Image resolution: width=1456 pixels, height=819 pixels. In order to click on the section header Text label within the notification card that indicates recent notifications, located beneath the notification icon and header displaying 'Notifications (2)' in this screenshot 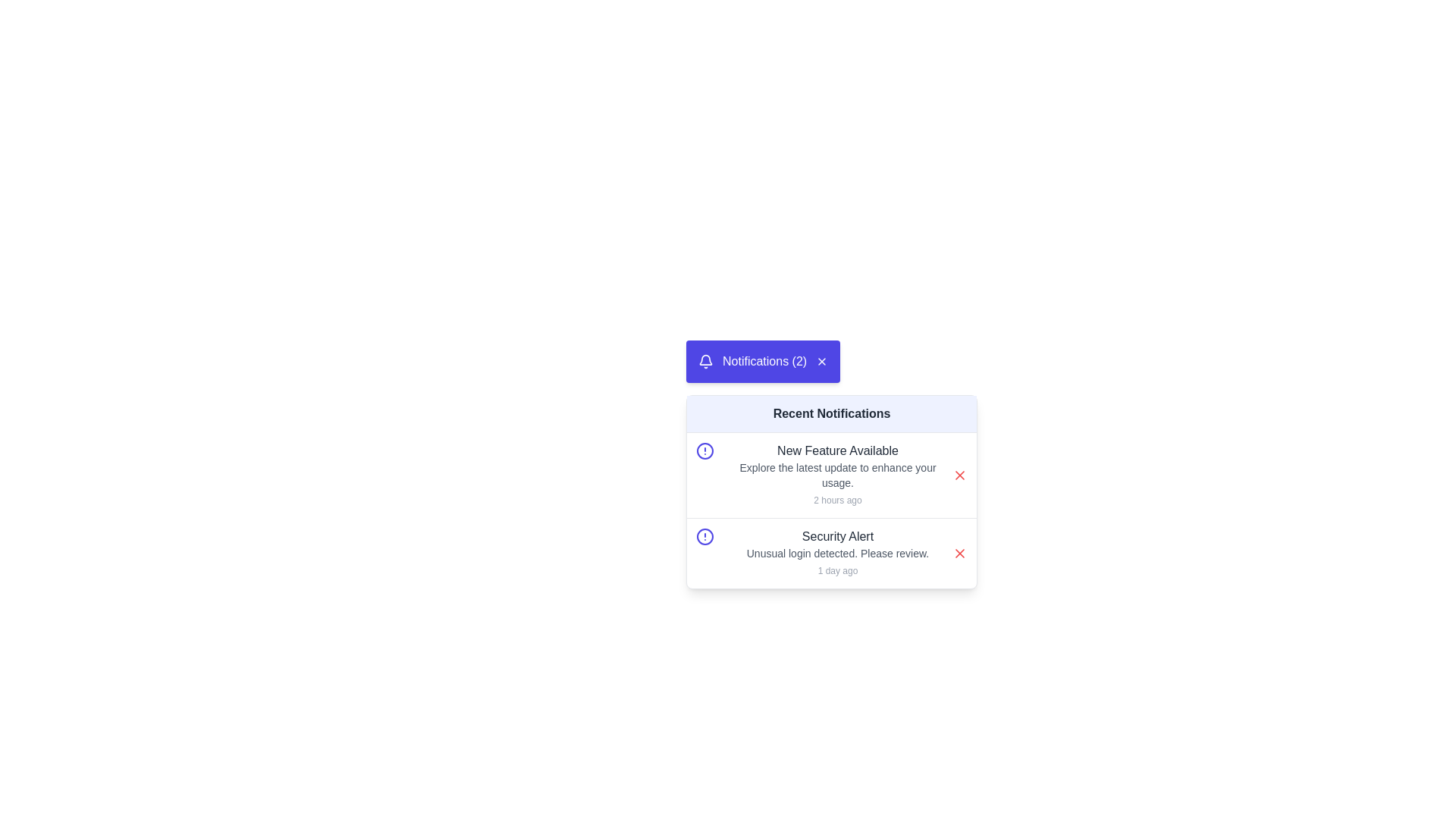, I will do `click(831, 414)`.